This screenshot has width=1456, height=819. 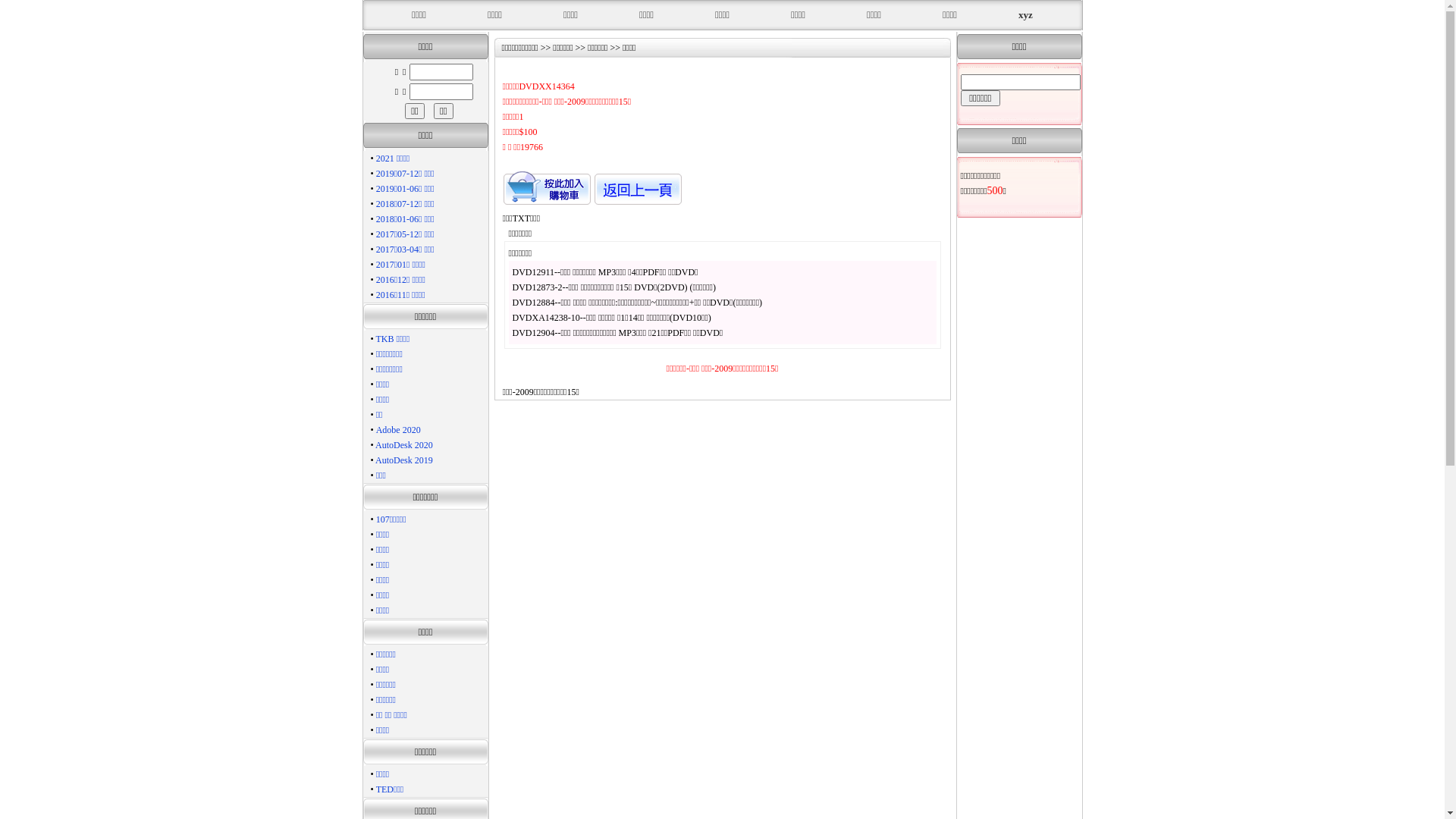 What do you see at coordinates (375, 459) in the screenshot?
I see `'AutoDesk 2019'` at bounding box center [375, 459].